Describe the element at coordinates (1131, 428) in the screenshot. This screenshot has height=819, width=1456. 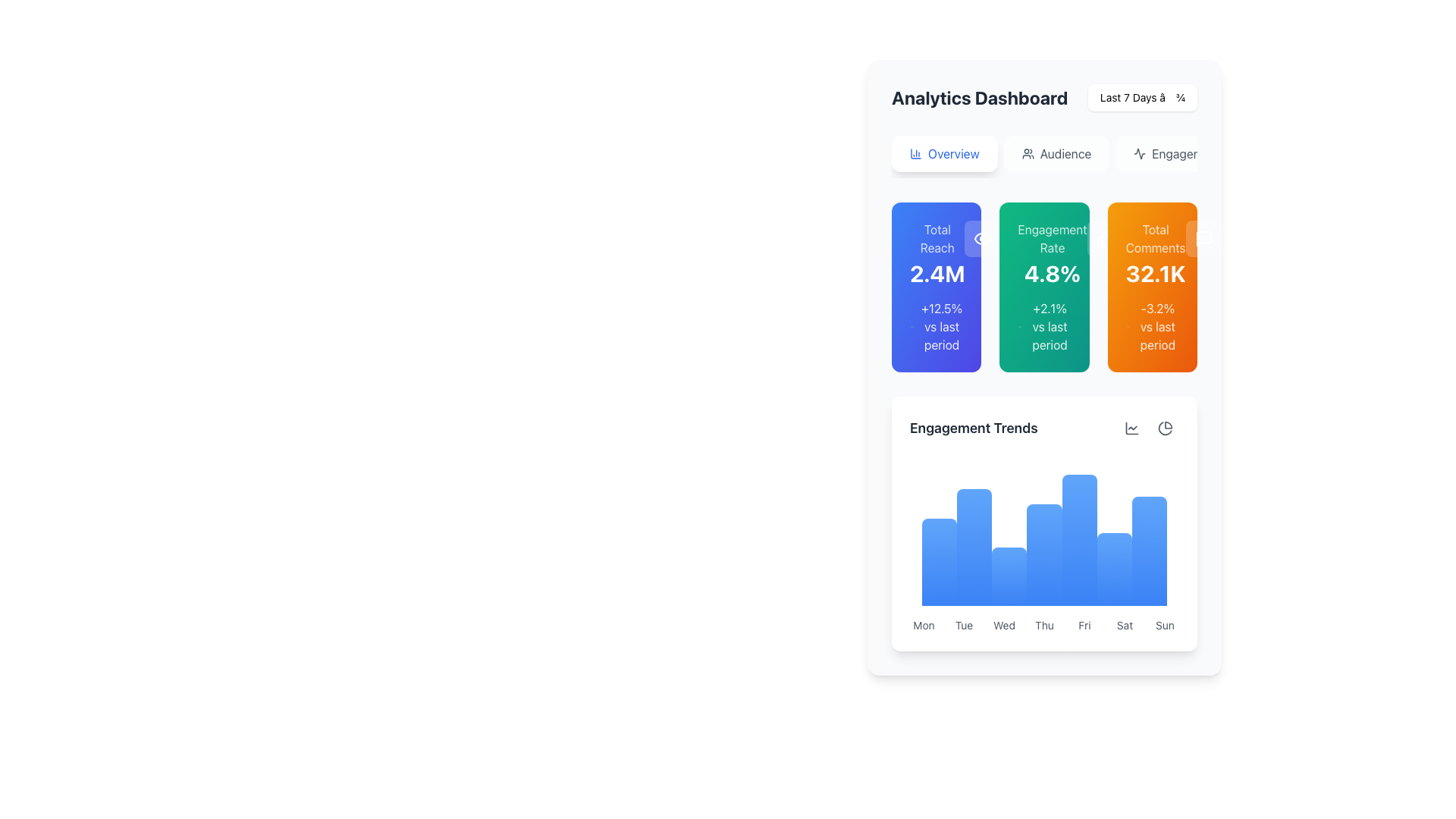
I see `the Icon button with hover styling that serves as a control for line chart analytics` at that location.